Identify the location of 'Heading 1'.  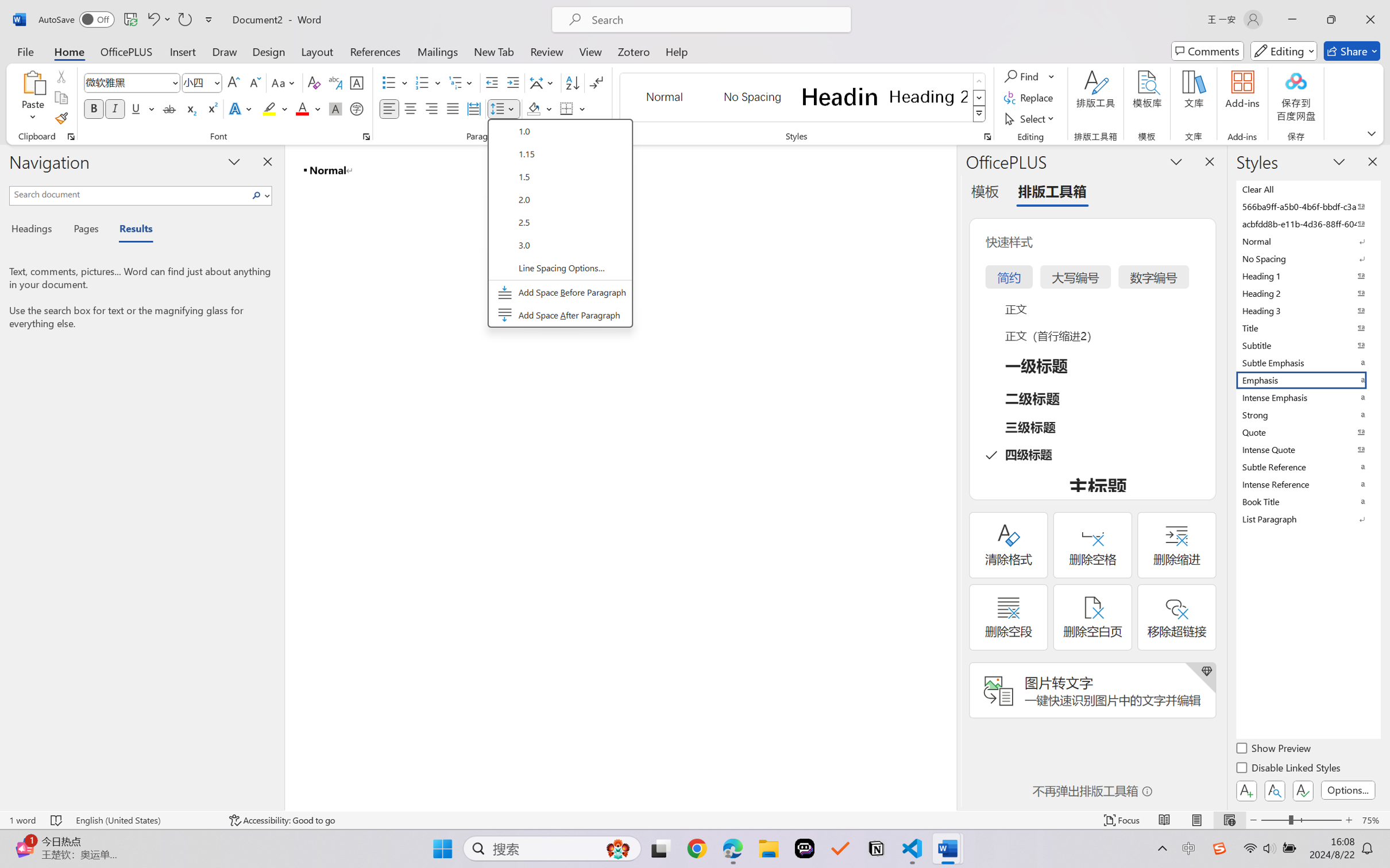
(839, 96).